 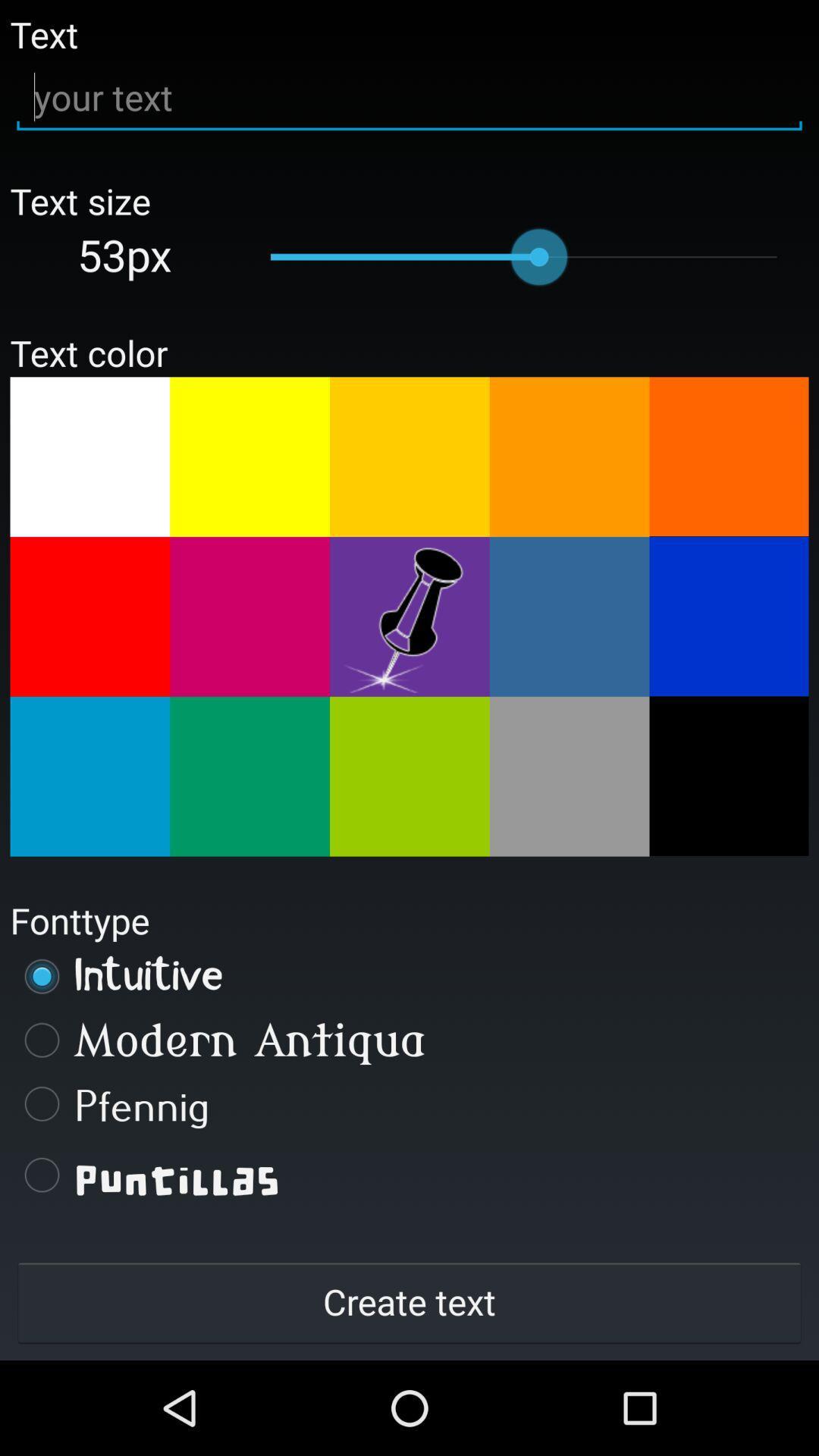 I want to click on change text color to orange, so click(x=570, y=456).